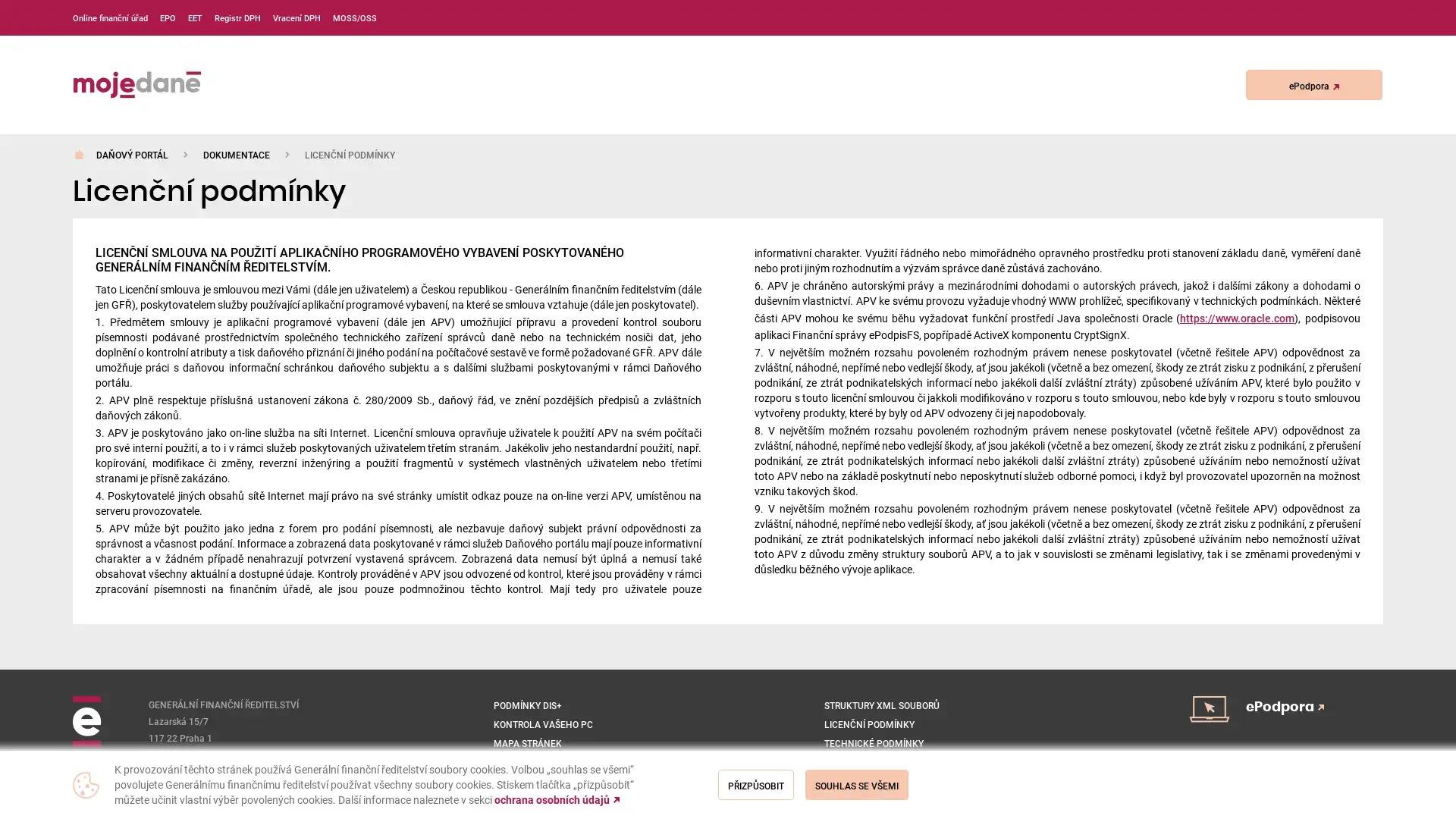 This screenshot has width=1456, height=819. I want to click on Prizpusobit, so click(756, 784).